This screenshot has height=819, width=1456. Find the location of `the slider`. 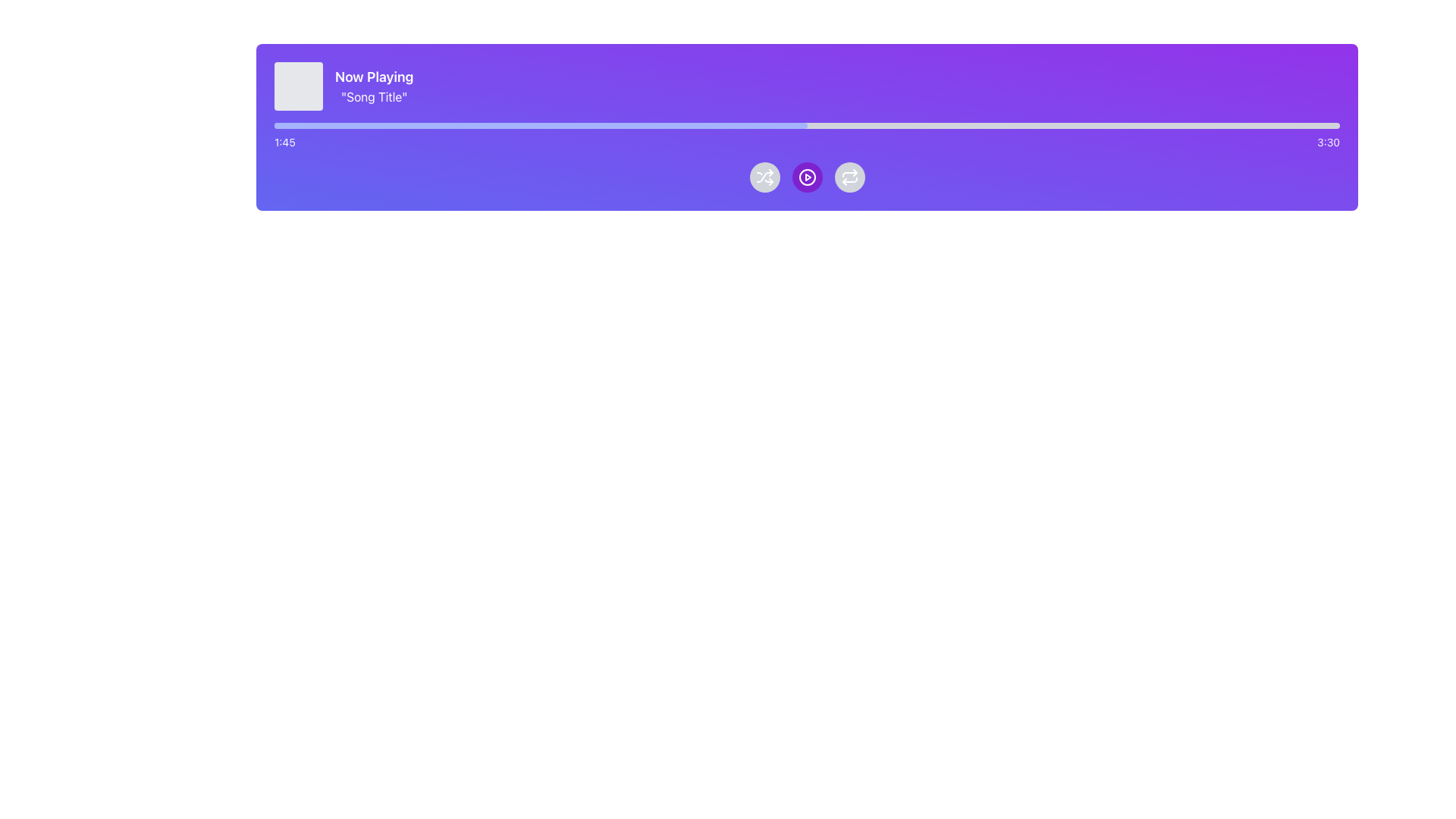

the slider is located at coordinates (1131, 124).